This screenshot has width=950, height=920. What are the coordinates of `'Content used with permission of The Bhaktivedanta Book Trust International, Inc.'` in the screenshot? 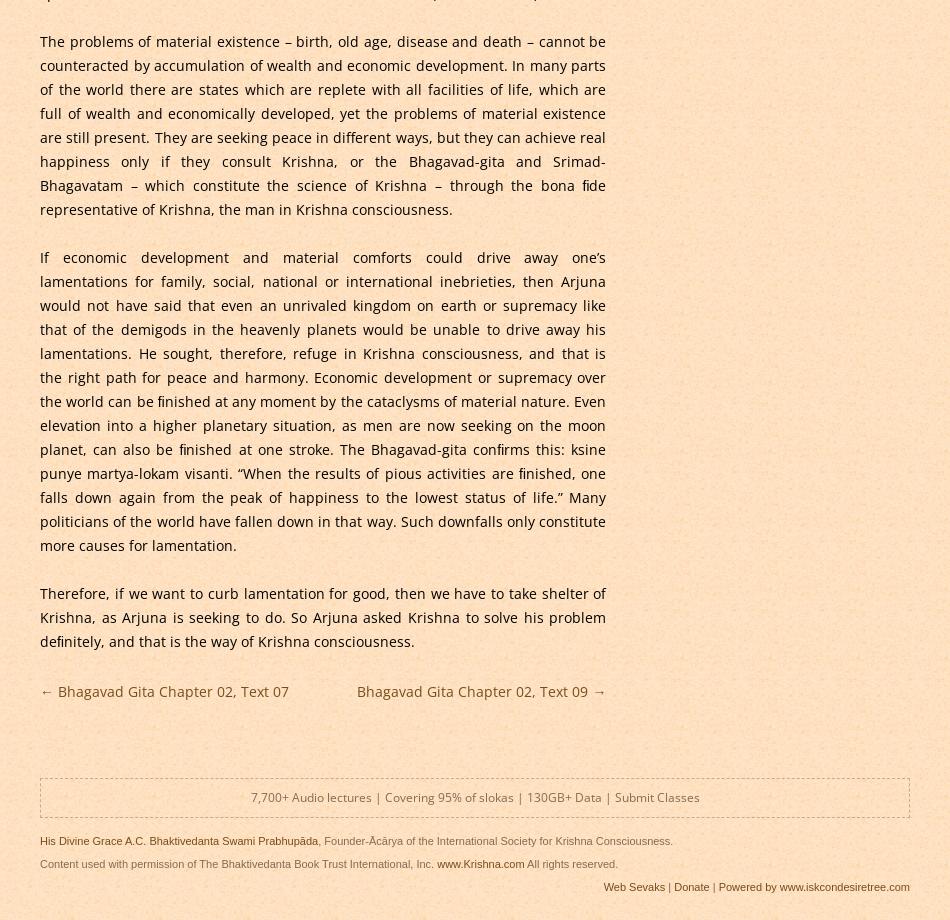 It's located at (237, 861).